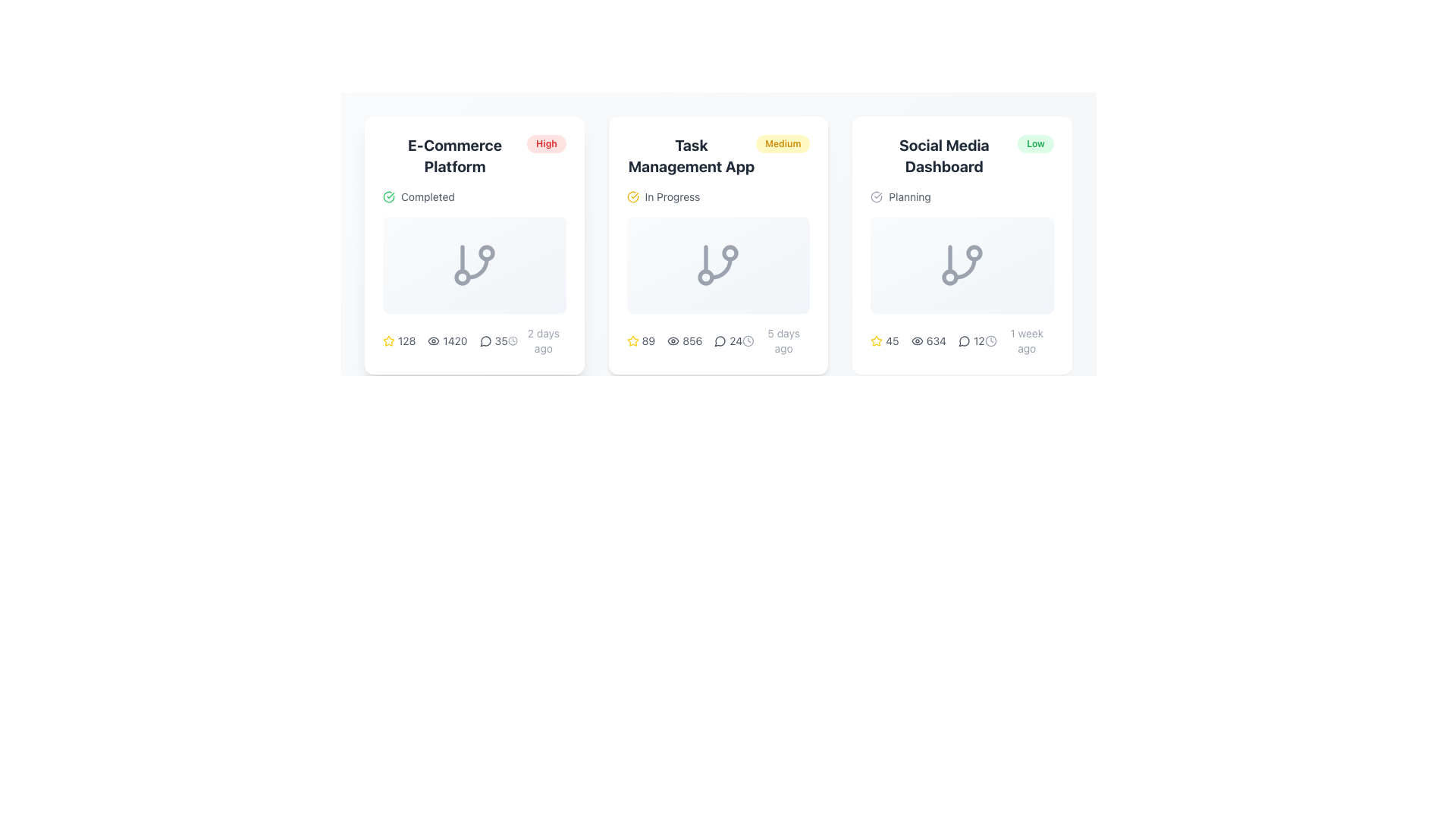  What do you see at coordinates (692, 341) in the screenshot?
I see `the metric display element located within the 'Task Management App' card, which is positioned to the right of an eye icon and to the left of another textual metric` at bounding box center [692, 341].